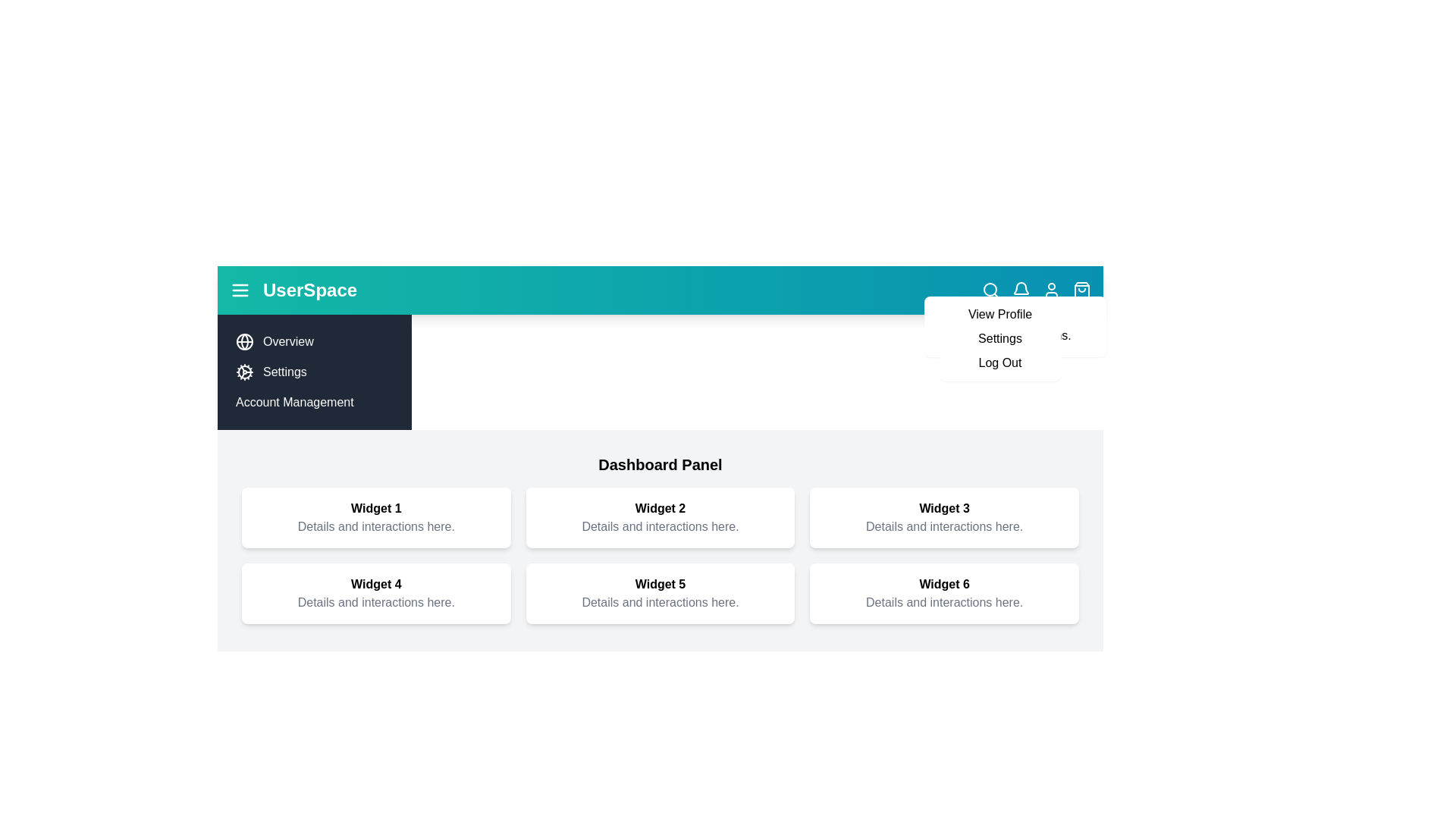 The width and height of the screenshot is (1456, 819). What do you see at coordinates (943, 509) in the screenshot?
I see `the bold-styled text label reading 'Widget 3'` at bounding box center [943, 509].